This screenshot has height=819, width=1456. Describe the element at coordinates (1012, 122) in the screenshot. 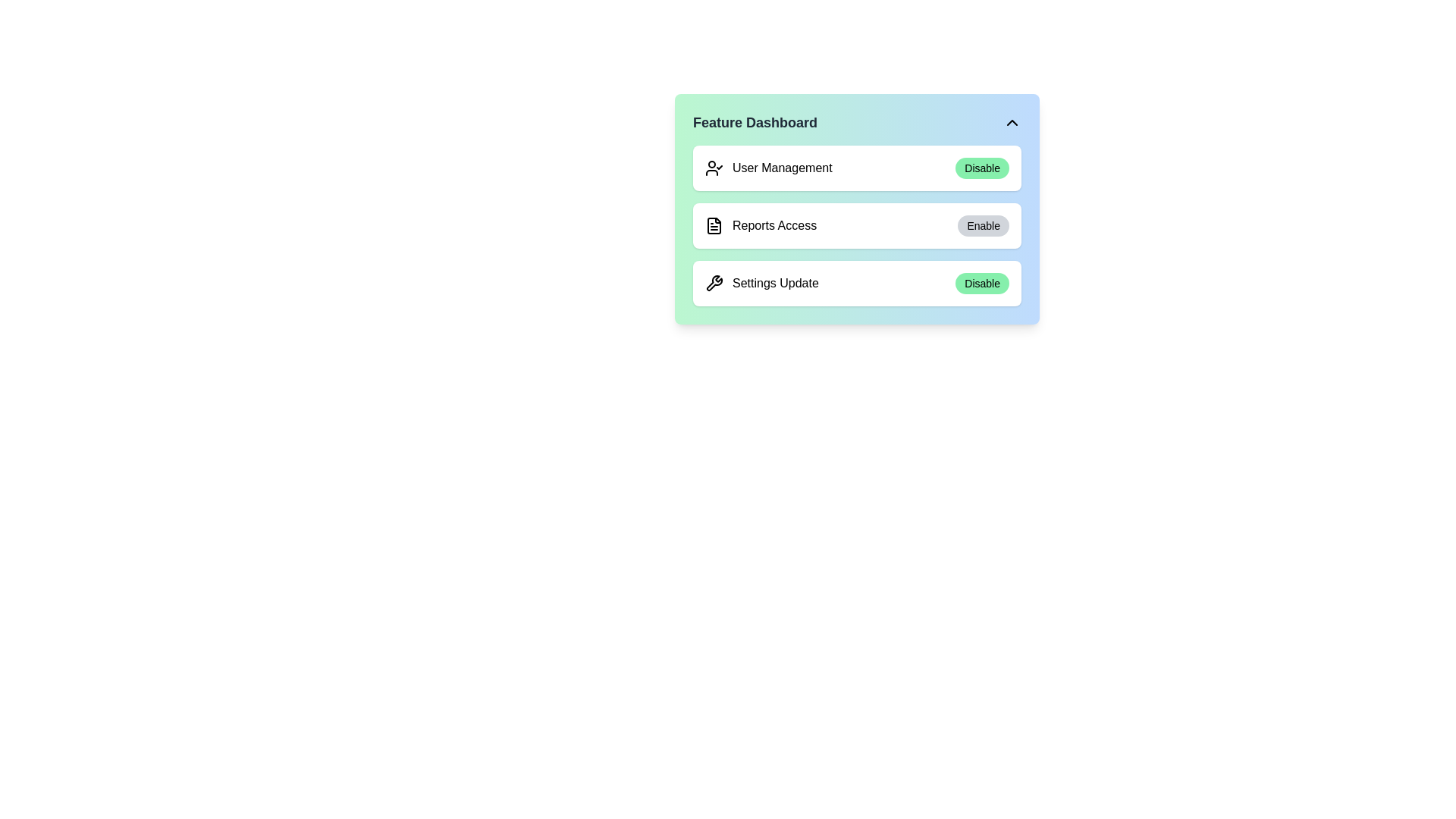

I see `the toggle button to change the visibility of the dashboard` at that location.